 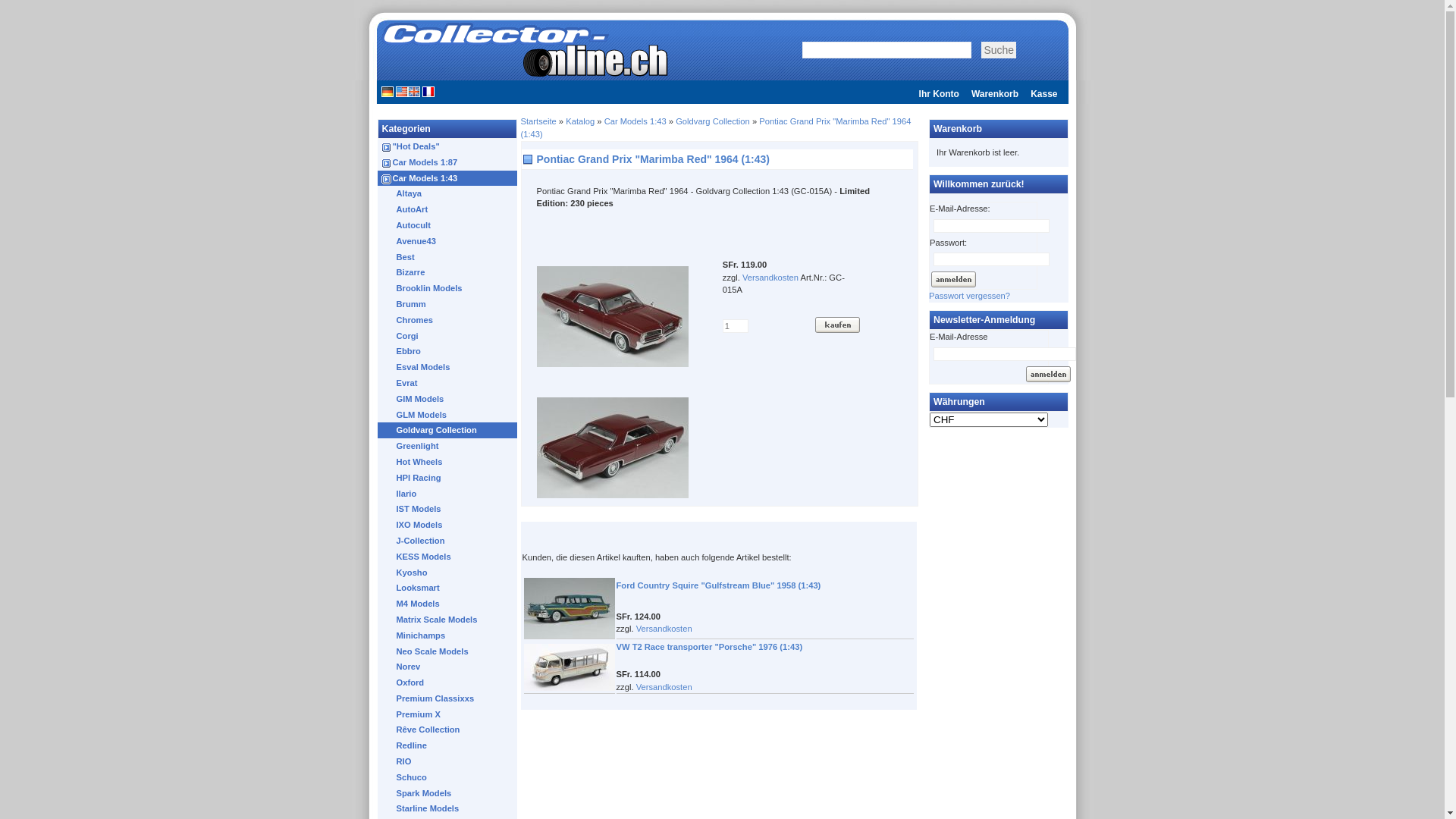 What do you see at coordinates (449, 271) in the screenshot?
I see `'Bizarre'` at bounding box center [449, 271].